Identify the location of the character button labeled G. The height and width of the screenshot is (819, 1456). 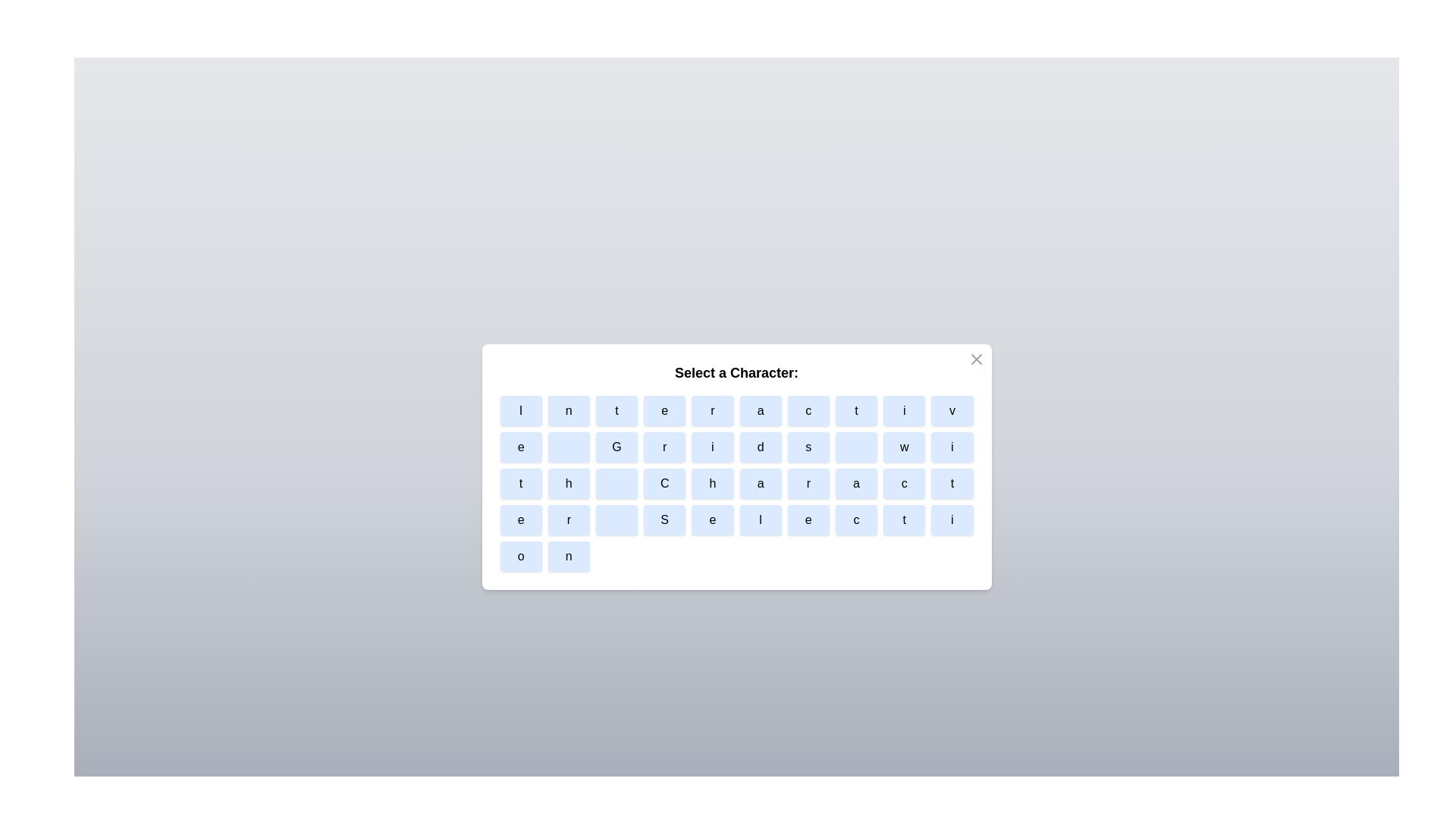
(617, 447).